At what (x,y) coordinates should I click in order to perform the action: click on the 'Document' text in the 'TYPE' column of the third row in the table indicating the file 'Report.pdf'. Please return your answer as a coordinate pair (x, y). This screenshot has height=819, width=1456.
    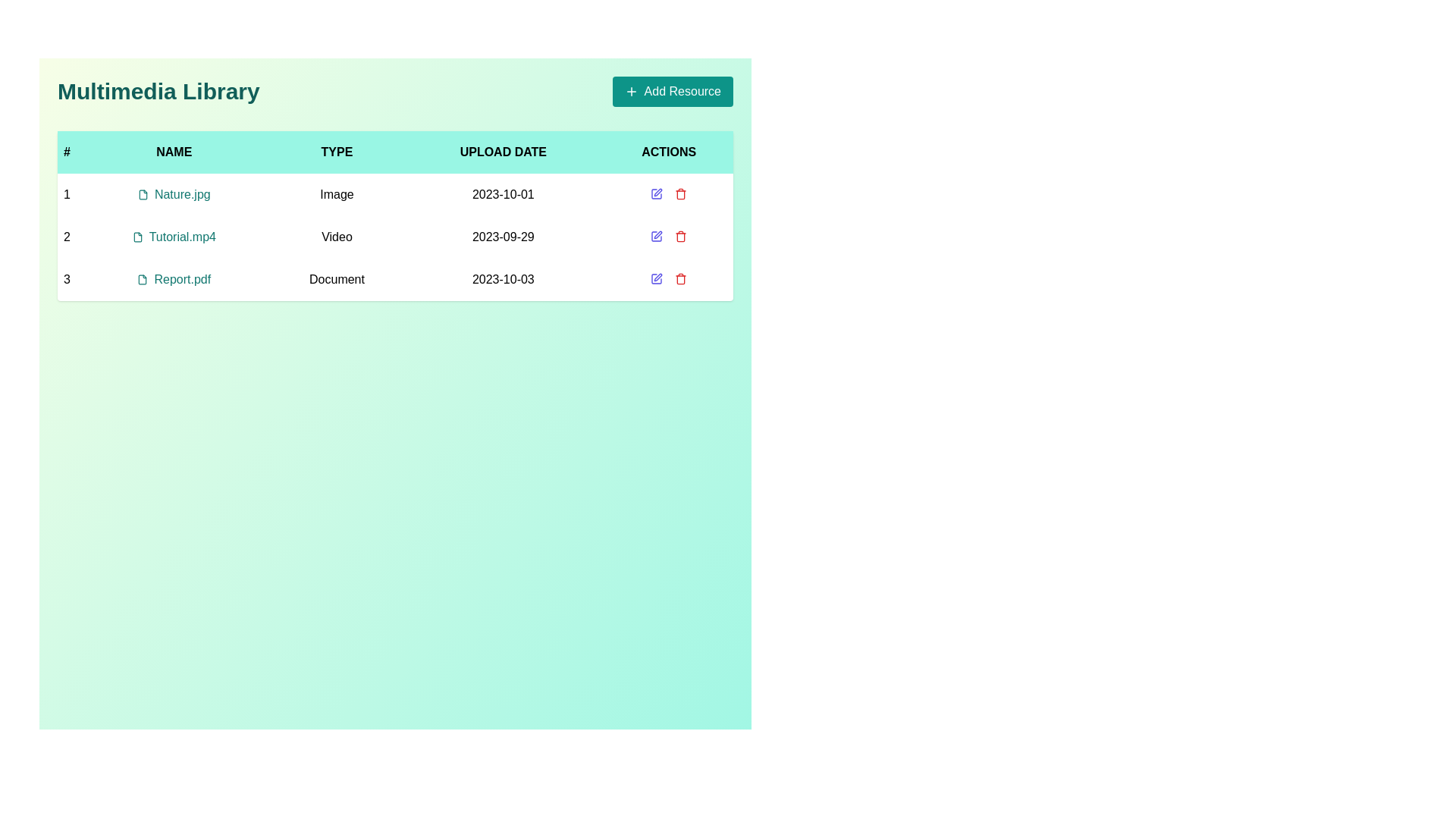
    Looking at the image, I should click on (336, 280).